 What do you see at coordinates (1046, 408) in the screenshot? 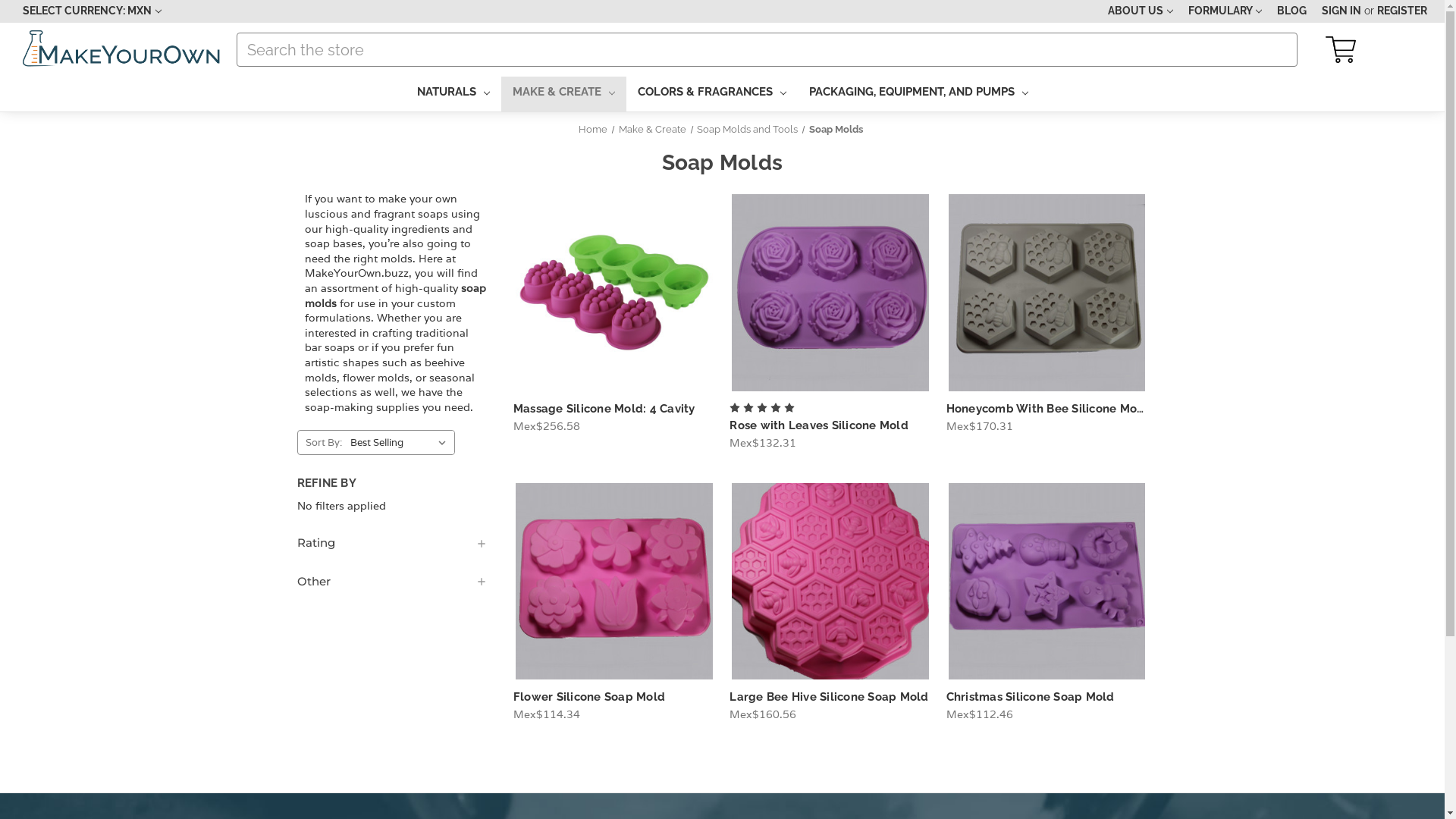
I see `'Honeycomb With Bee Silicone Mold'` at bounding box center [1046, 408].